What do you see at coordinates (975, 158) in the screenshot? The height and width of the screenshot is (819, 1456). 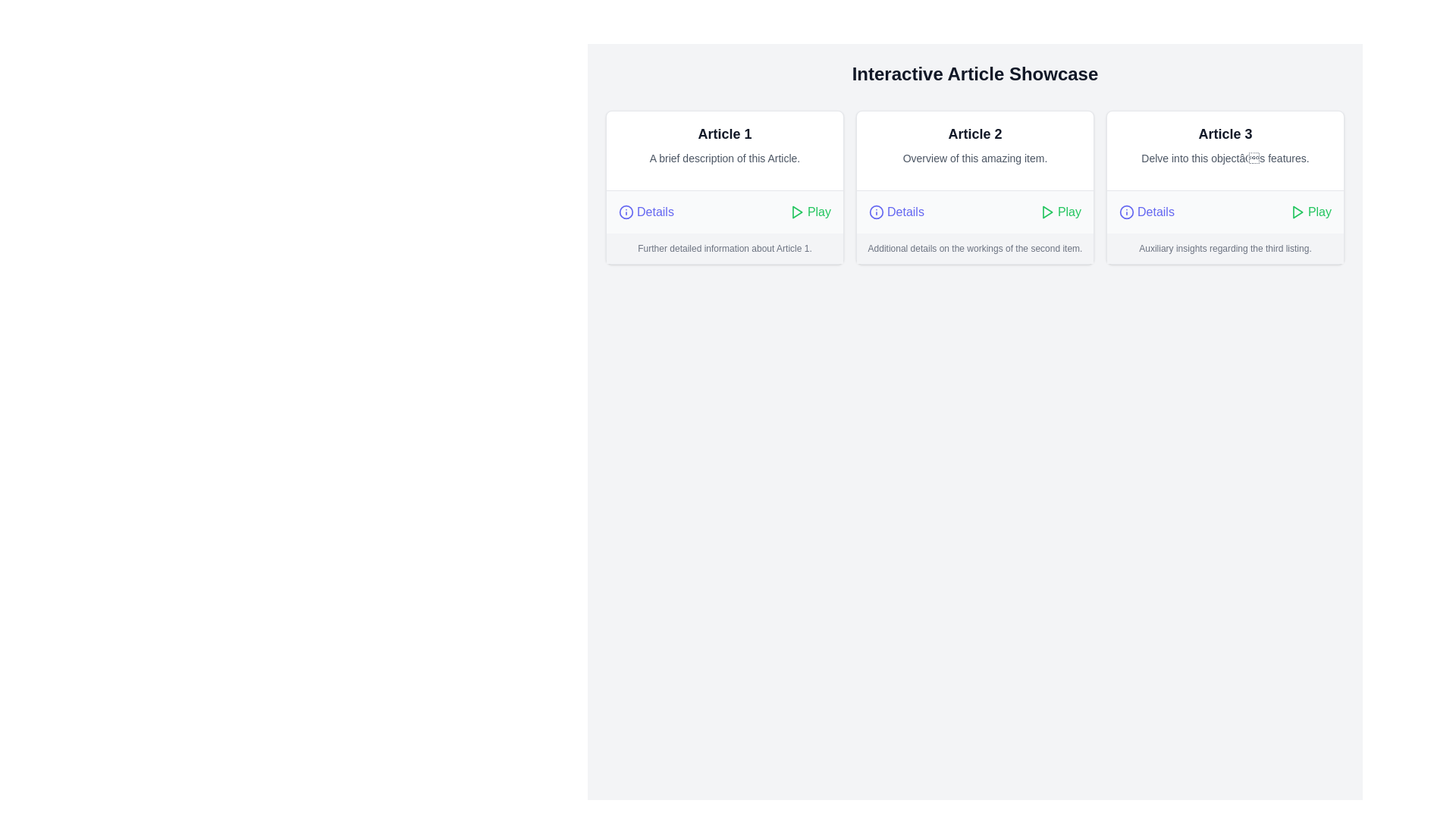 I see `the text label that contains the sentence 'Overview of this amazing item.' located within the 'Article 2' section, which is styled with a small gray font and positioned directly below the title 'Article 2'` at bounding box center [975, 158].